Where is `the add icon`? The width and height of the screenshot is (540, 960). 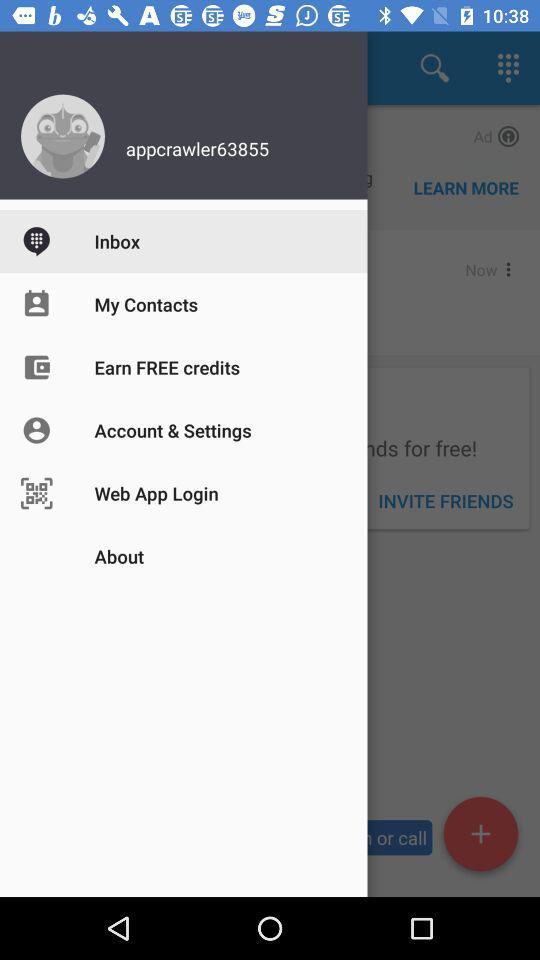
the add icon is located at coordinates (479, 837).